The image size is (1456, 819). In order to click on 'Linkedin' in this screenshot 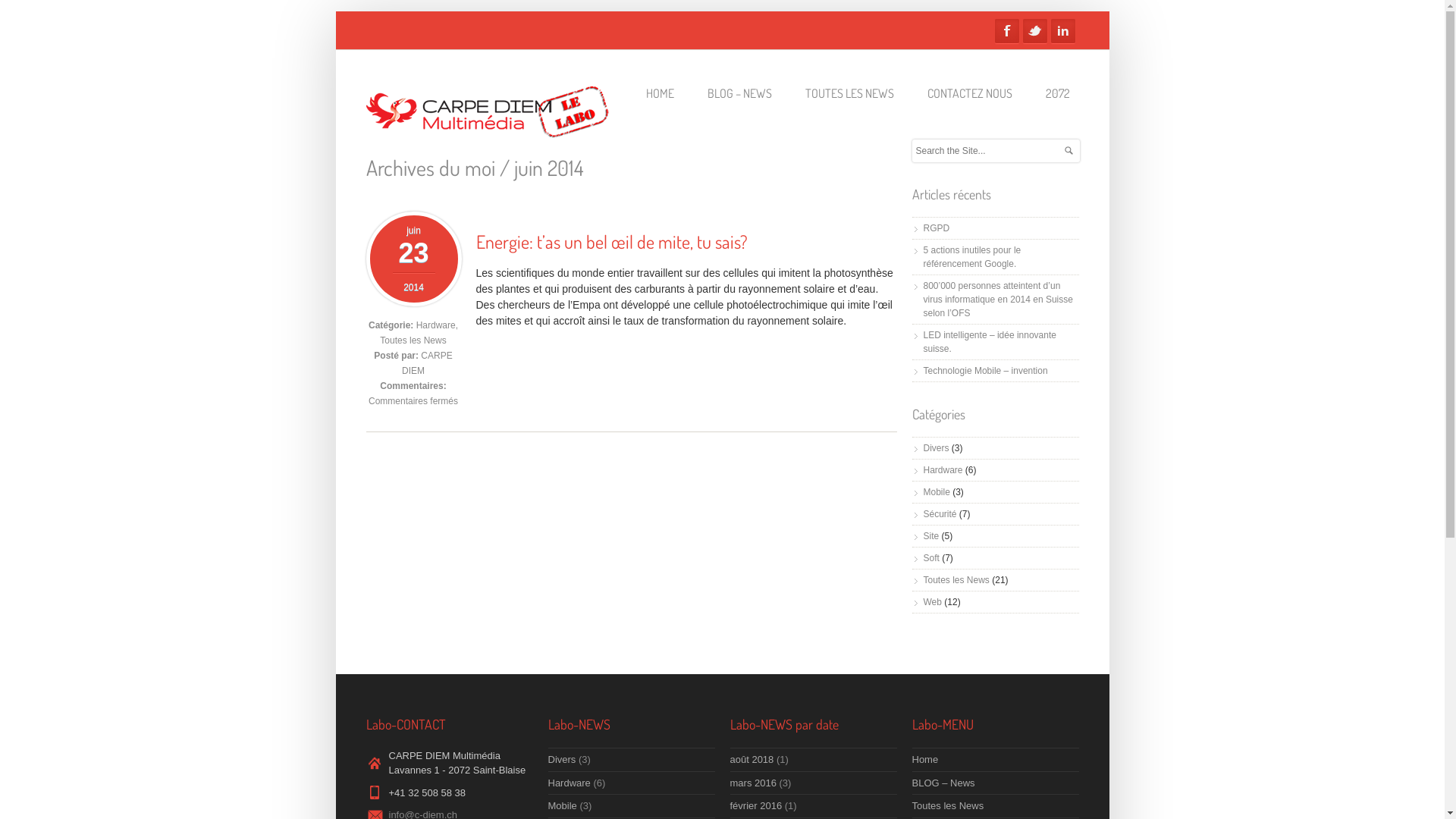, I will do `click(1062, 31)`.